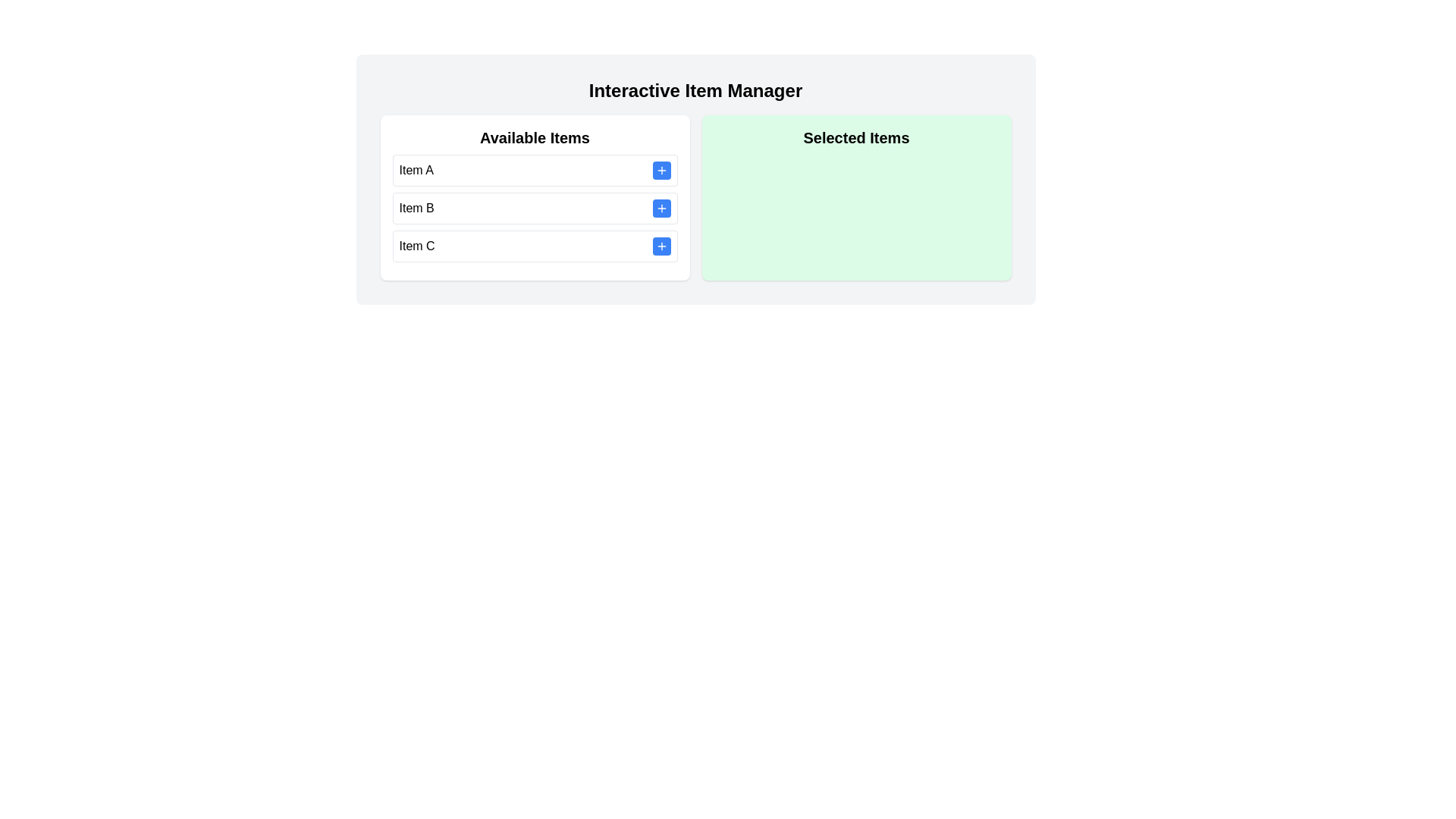 The width and height of the screenshot is (1456, 819). Describe the element at coordinates (416, 170) in the screenshot. I see `the text label displaying 'Item A', which is located in the left pane labeled 'Available Items', positioned above 'Item B' and aligned with a blue '+' button` at that location.